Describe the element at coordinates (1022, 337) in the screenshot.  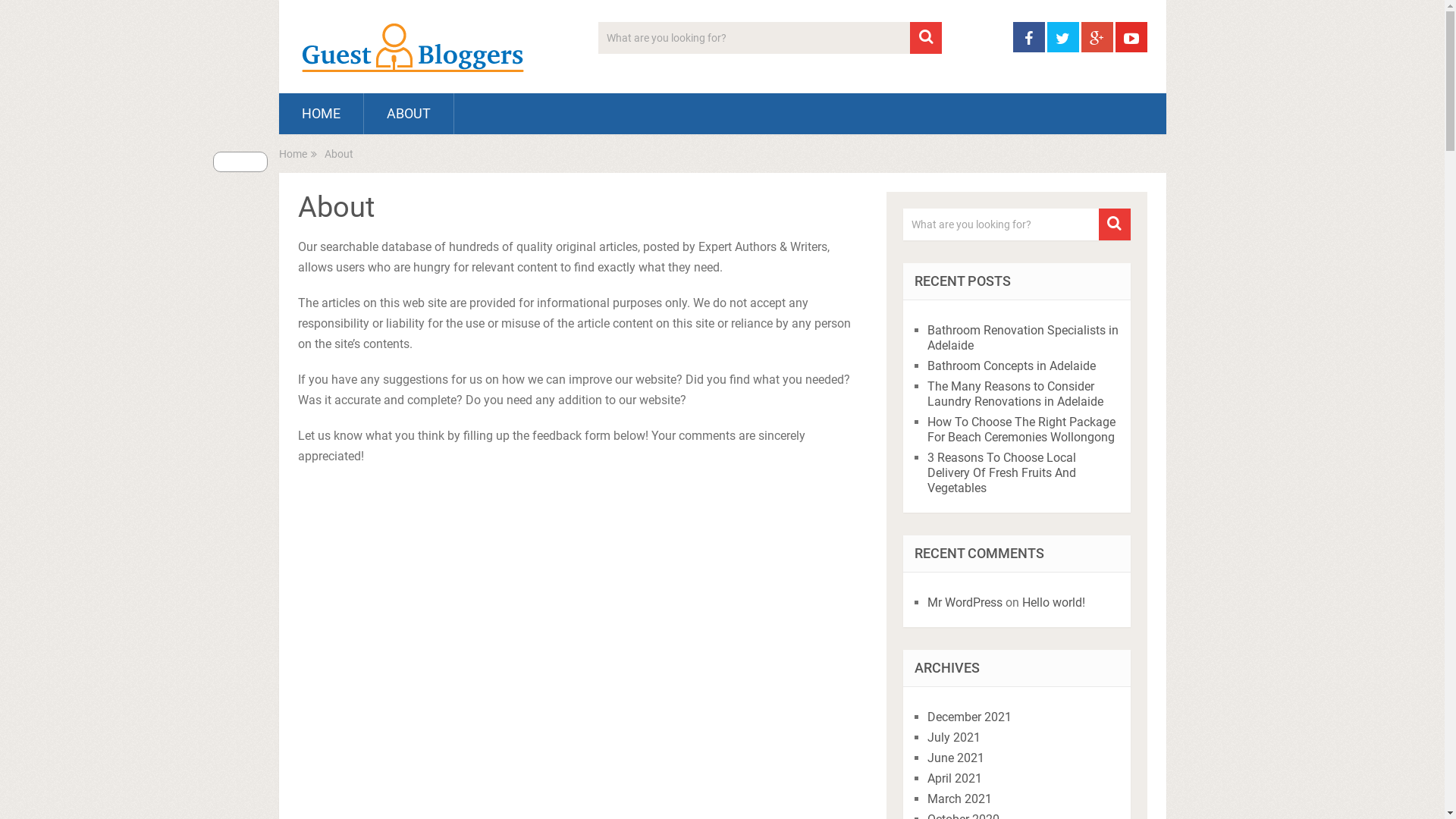
I see `'Bathroom Renovation Specialists in Adelaide'` at that location.